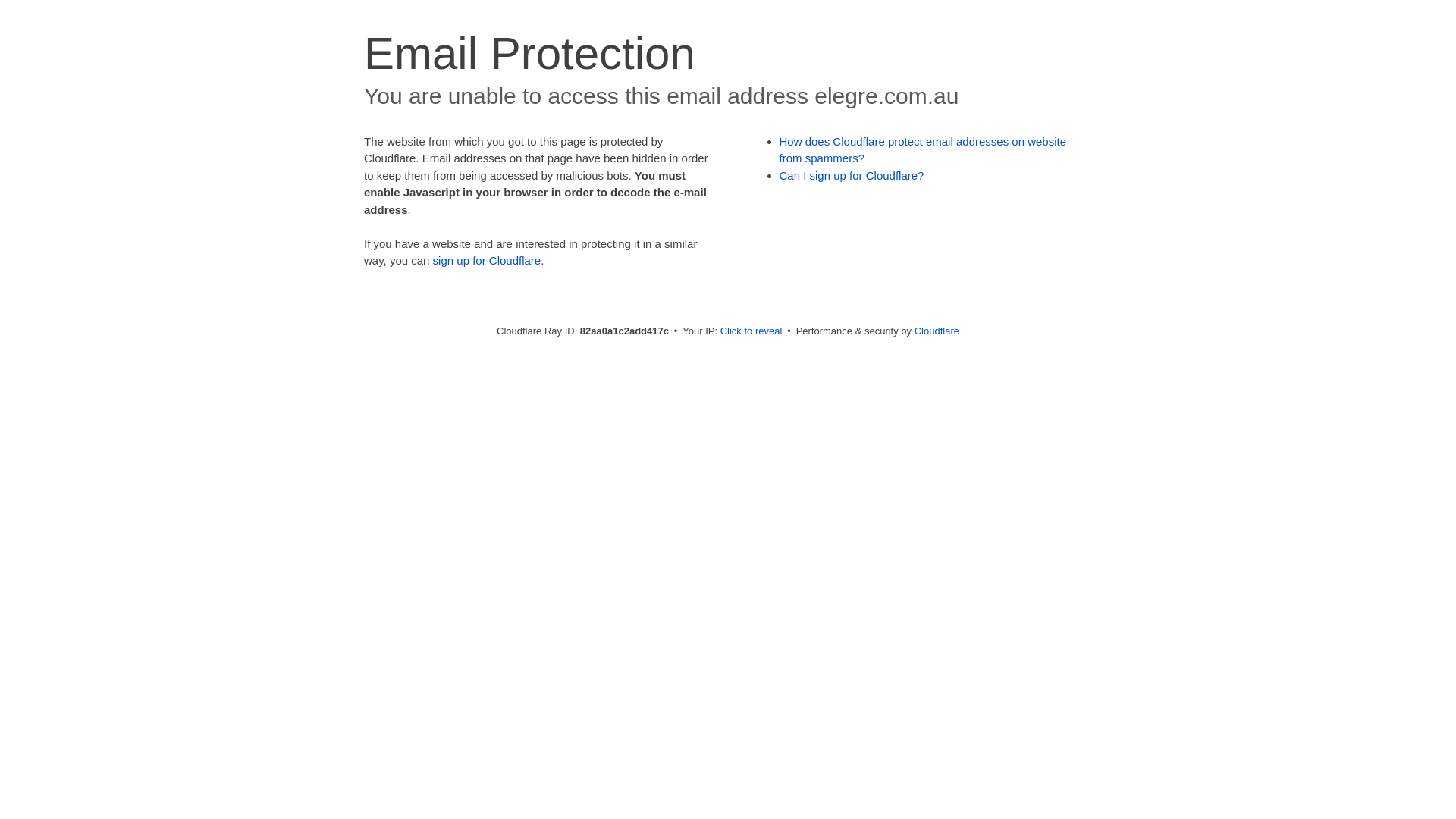  I want to click on 'Cloudflare', so click(913, 330).